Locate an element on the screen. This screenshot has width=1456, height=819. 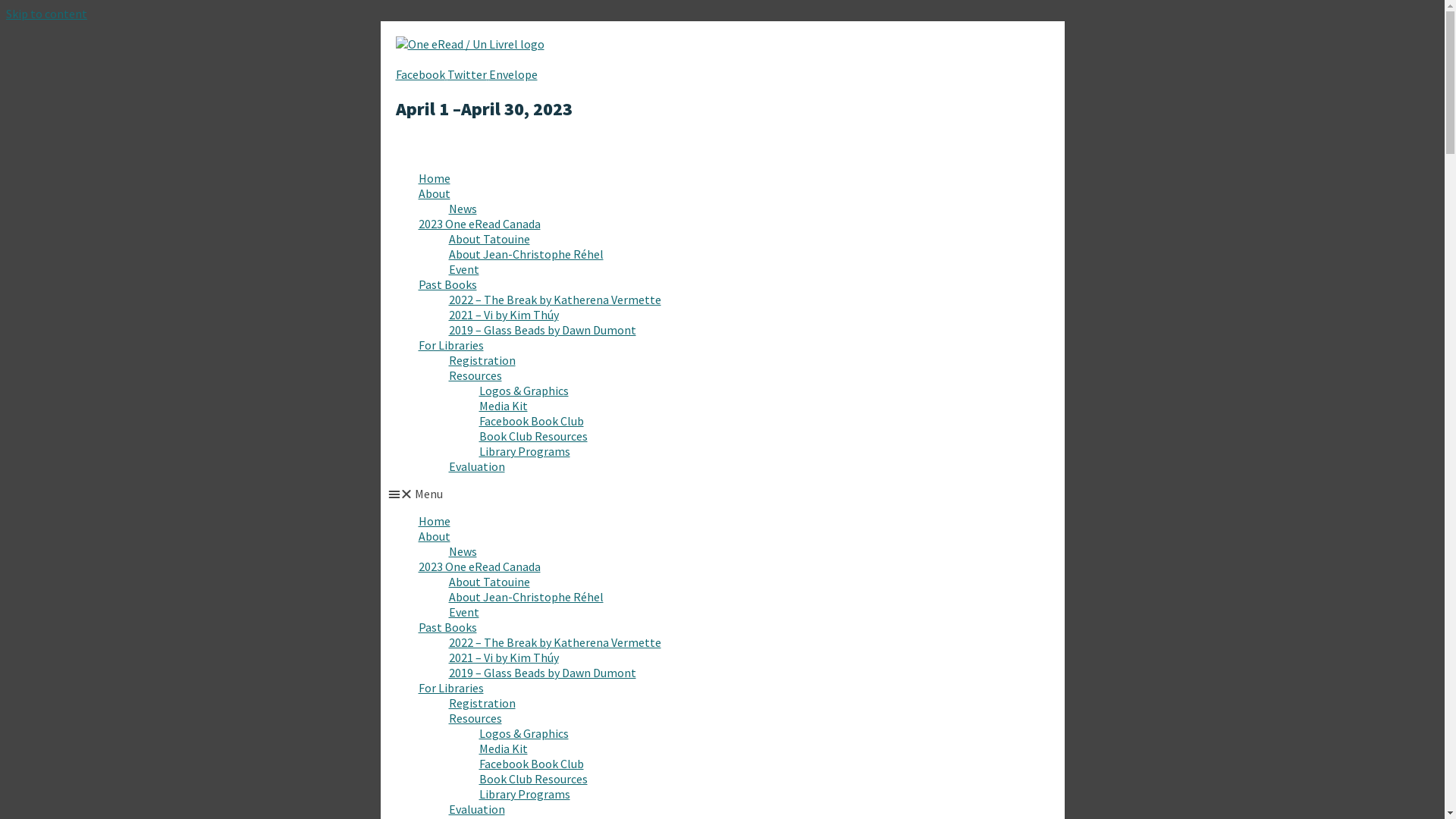
'Facebook' is located at coordinates (422, 74).